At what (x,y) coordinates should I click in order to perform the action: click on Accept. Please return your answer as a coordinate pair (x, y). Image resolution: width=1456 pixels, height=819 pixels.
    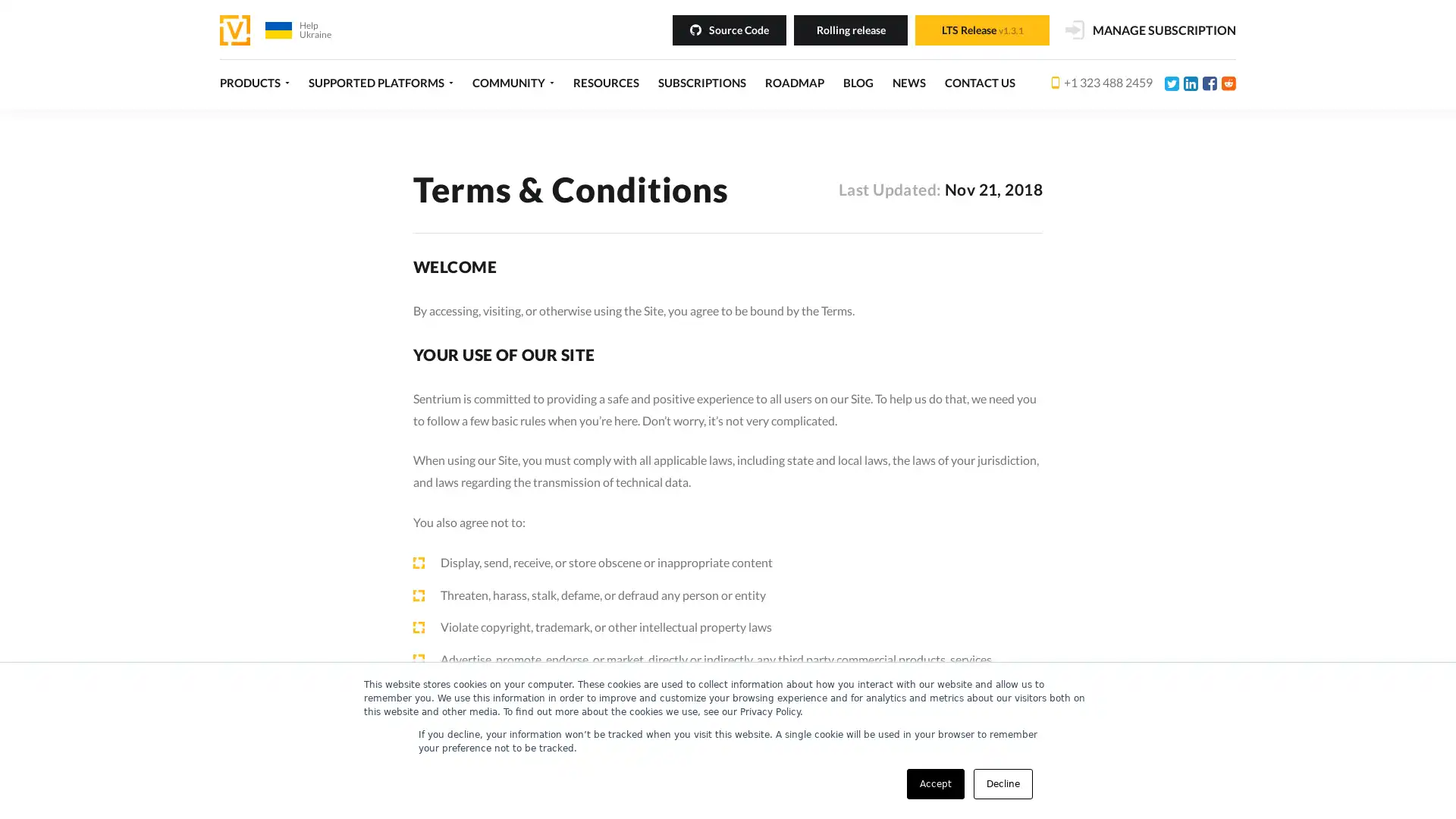
    Looking at the image, I should click on (934, 783).